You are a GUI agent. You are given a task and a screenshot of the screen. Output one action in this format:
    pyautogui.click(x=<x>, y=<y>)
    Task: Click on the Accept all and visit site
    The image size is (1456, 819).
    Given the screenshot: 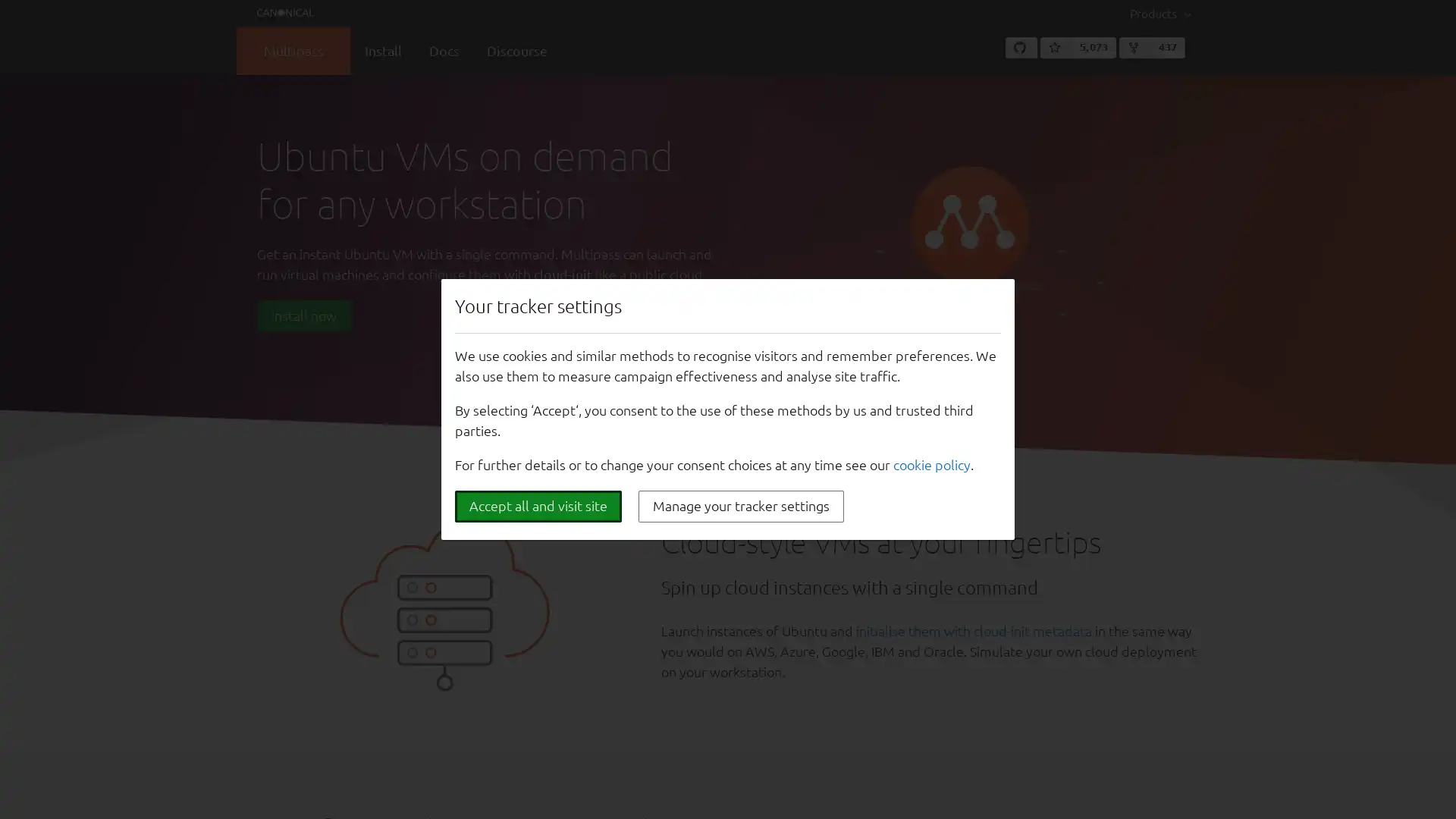 What is the action you would take?
    pyautogui.click(x=538, y=506)
    